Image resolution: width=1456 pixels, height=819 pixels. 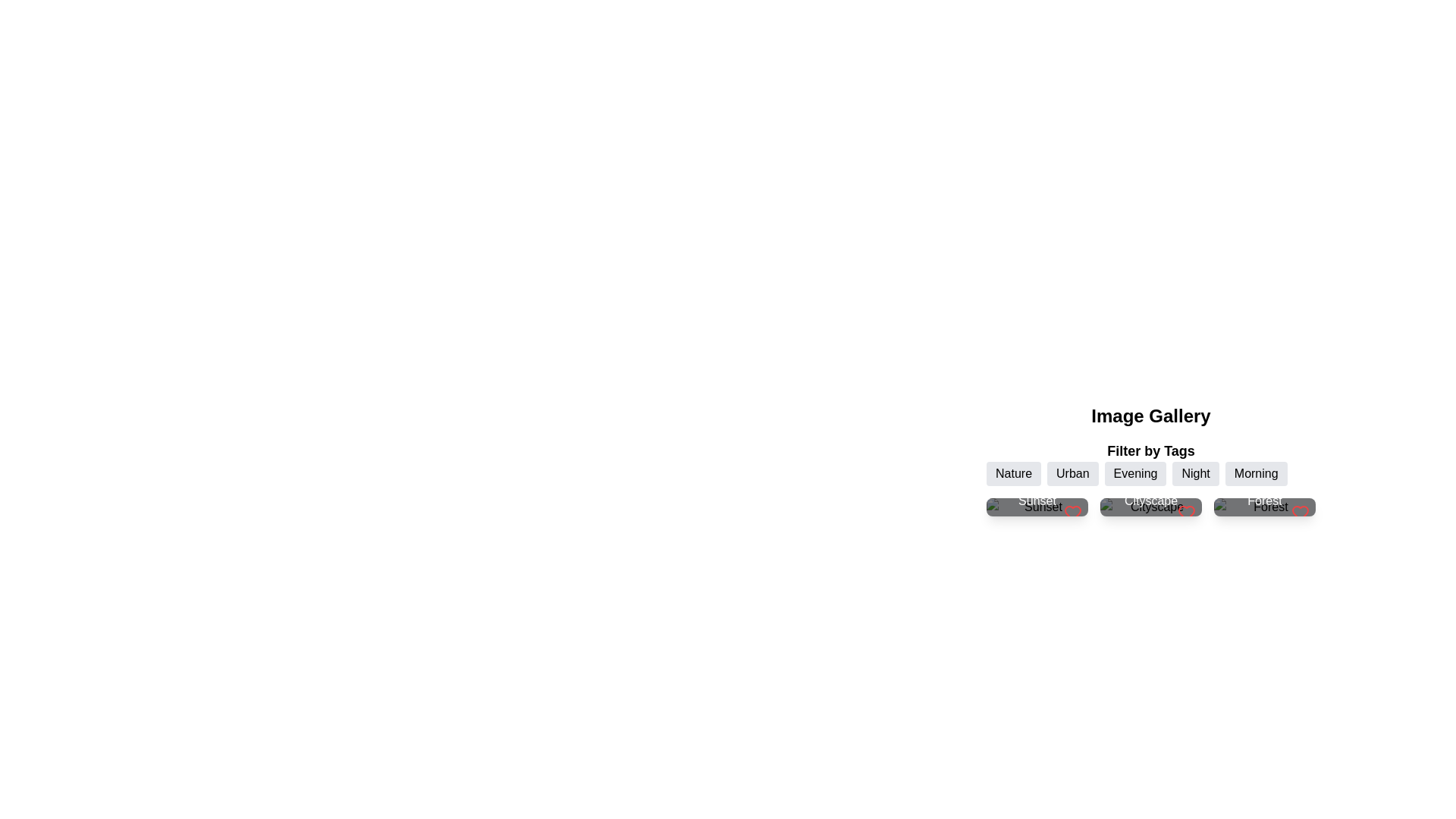 What do you see at coordinates (1150, 450) in the screenshot?
I see `'Filter by Tags' text label, which is a bold and larger-sized textual label serving as a heading for the filter tags section` at bounding box center [1150, 450].